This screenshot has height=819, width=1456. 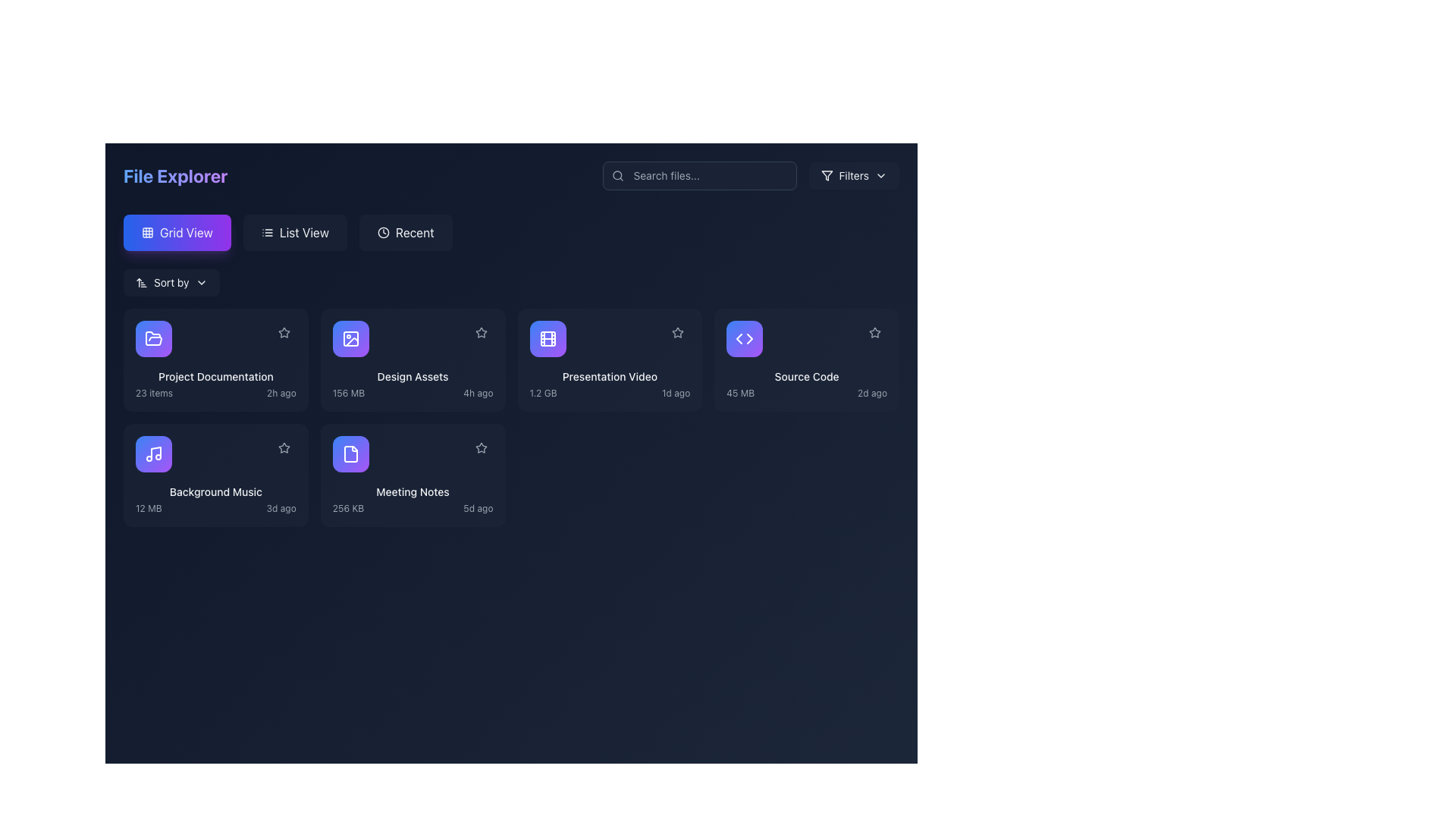 What do you see at coordinates (547, 338) in the screenshot?
I see `the film icon representing the 'Presentation Video' file in the file explorer interface` at bounding box center [547, 338].